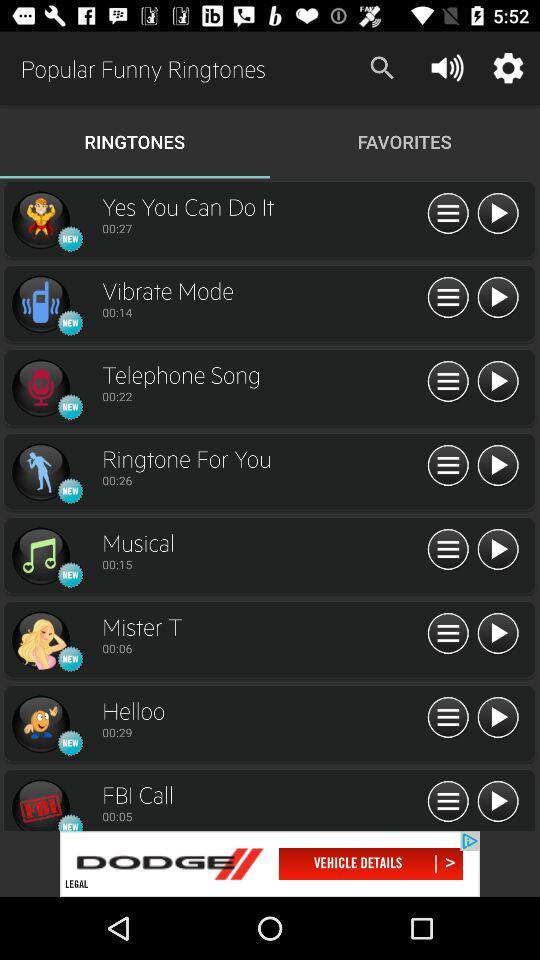 This screenshot has height=960, width=540. Describe the element at coordinates (496, 550) in the screenshot. I see `menu` at that location.